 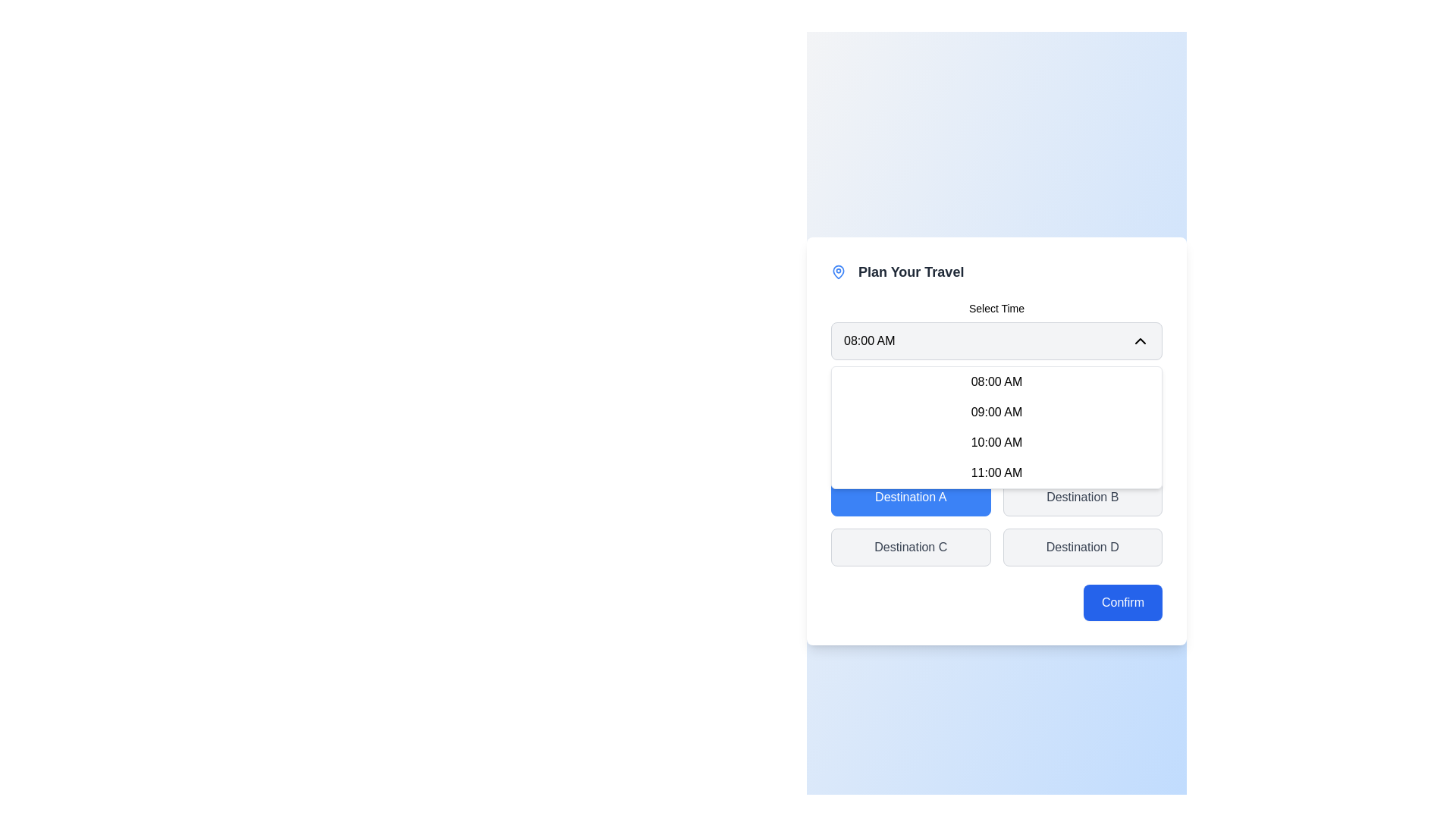 I want to click on the selectable time option '10:00 AM' in the dropdown list within the 'Select Time' section of the 'Plan Your Travel' interface, so click(x=996, y=433).